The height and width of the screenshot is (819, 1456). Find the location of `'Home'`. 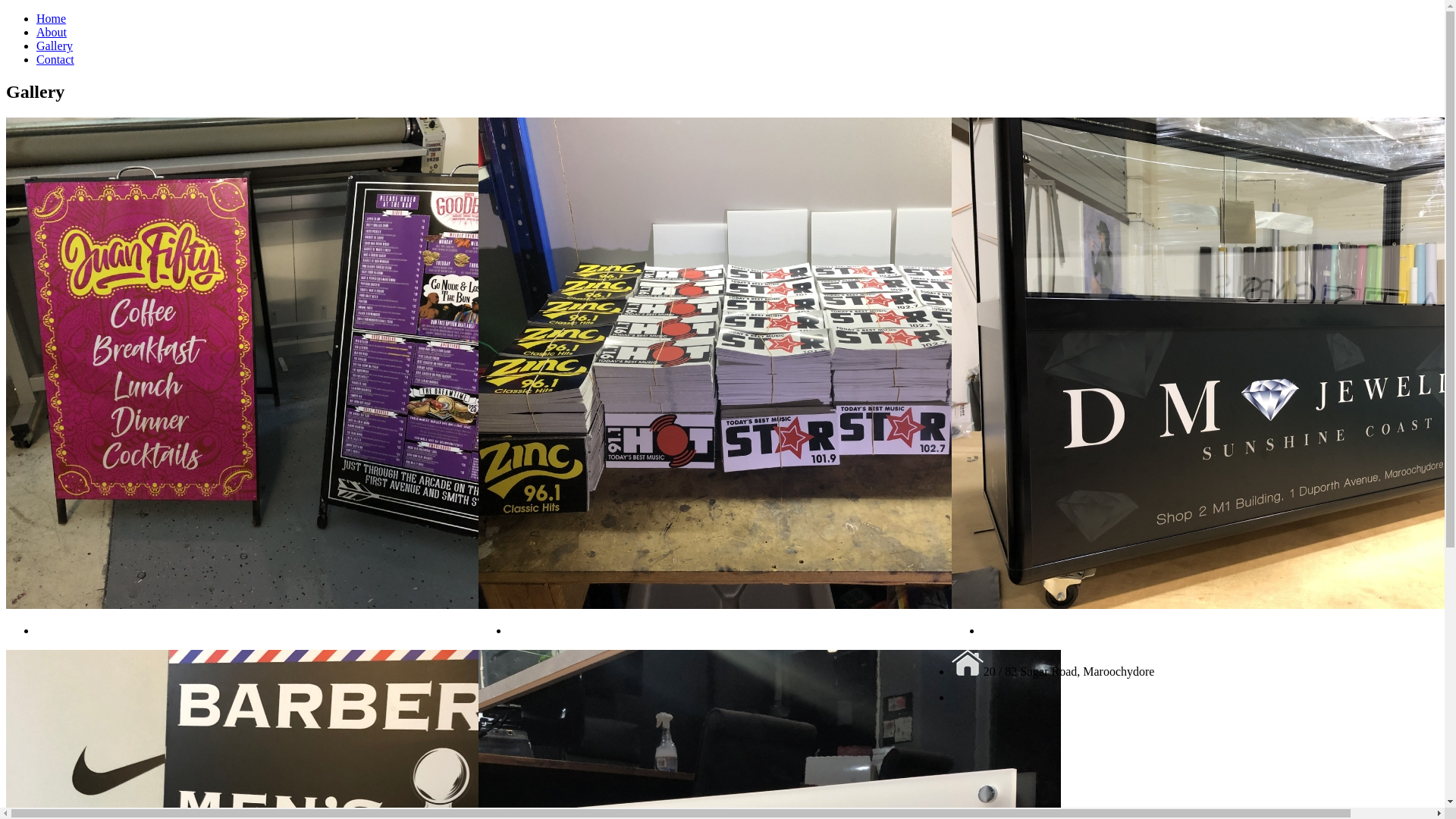

'Home' is located at coordinates (51, 18).